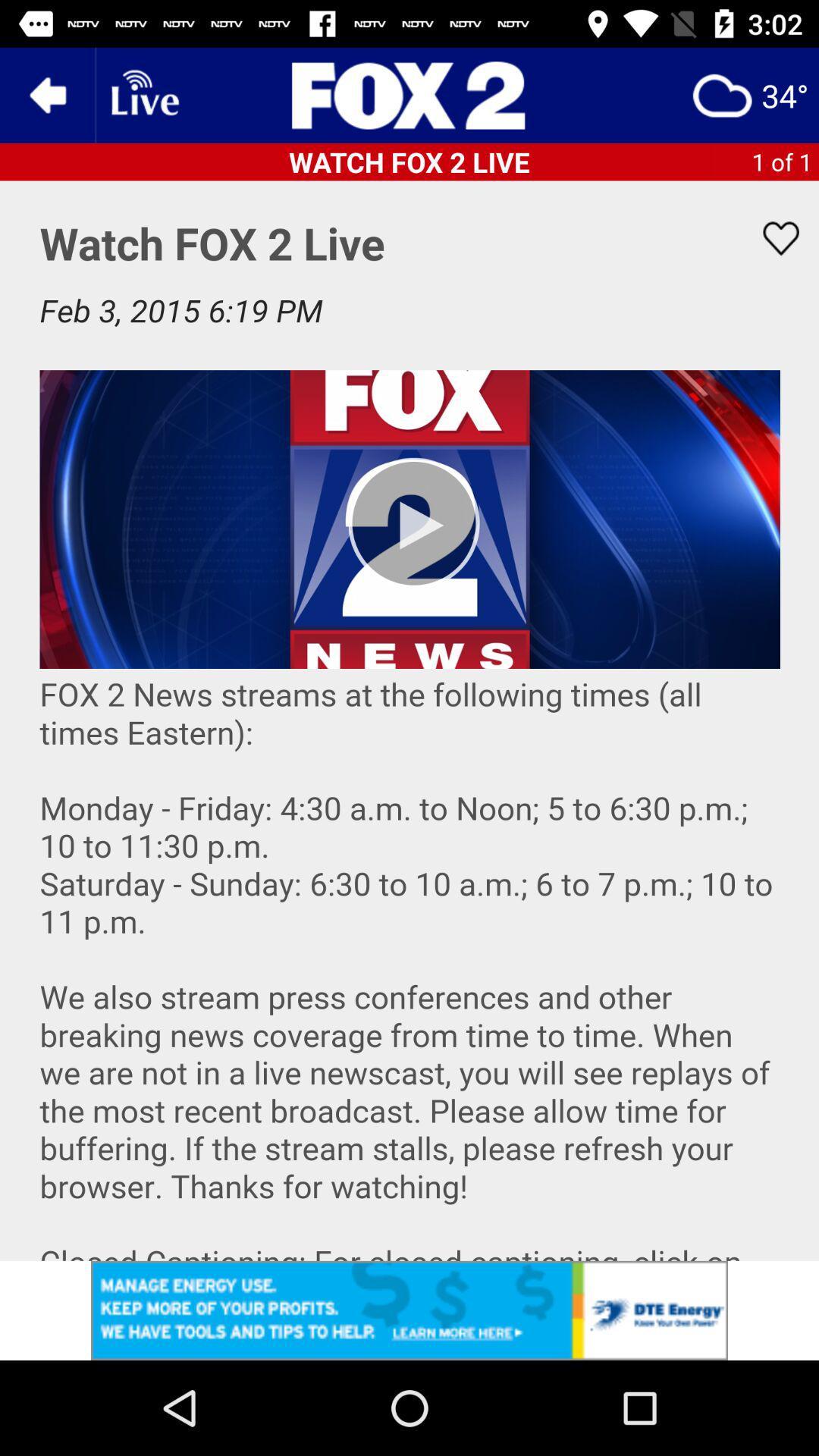 The width and height of the screenshot is (819, 1456). Describe the element at coordinates (46, 94) in the screenshot. I see `the arrow_backward icon` at that location.